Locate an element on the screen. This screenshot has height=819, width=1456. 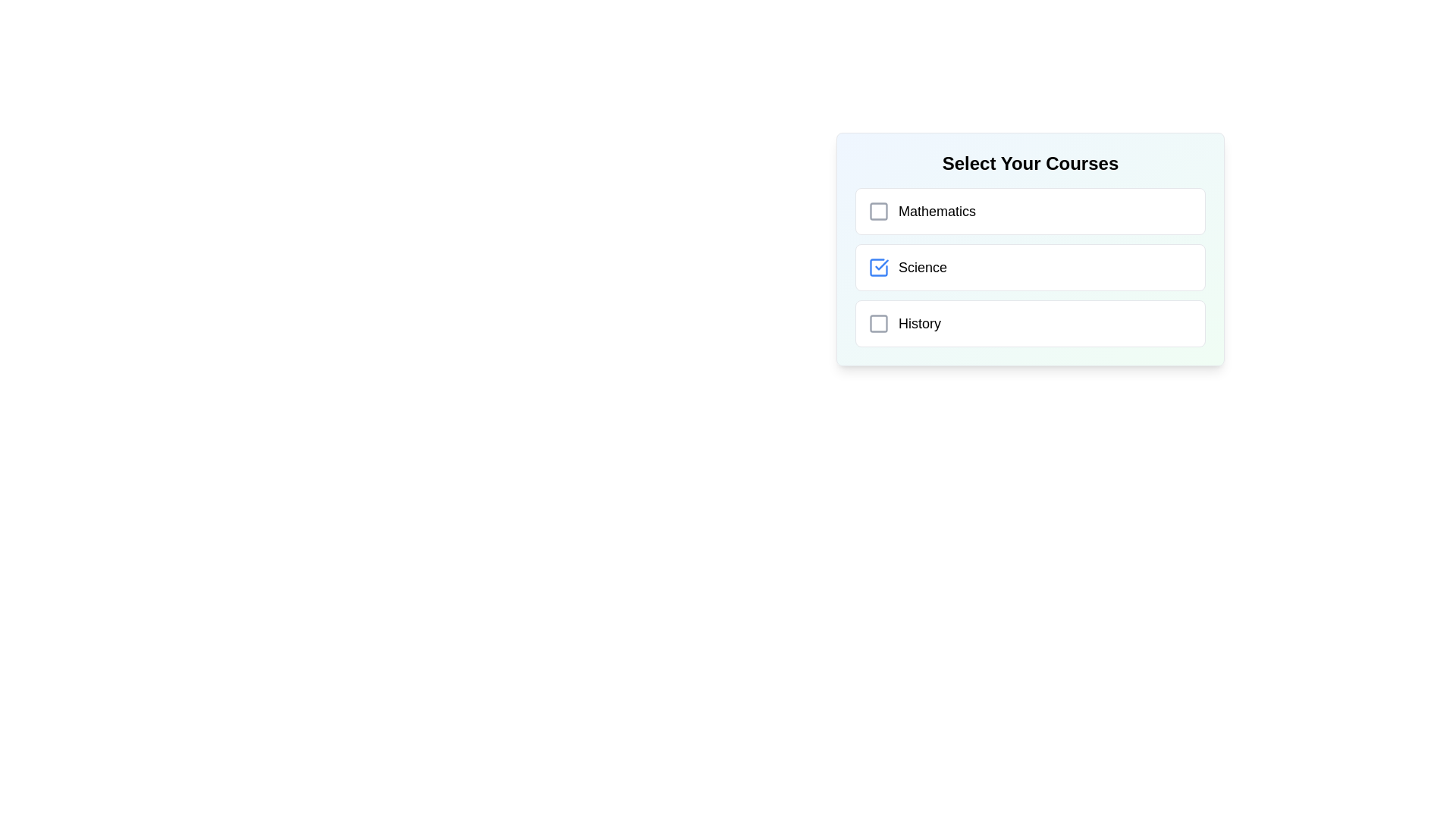
the checkbox for the 'History' option is located at coordinates (878, 323).